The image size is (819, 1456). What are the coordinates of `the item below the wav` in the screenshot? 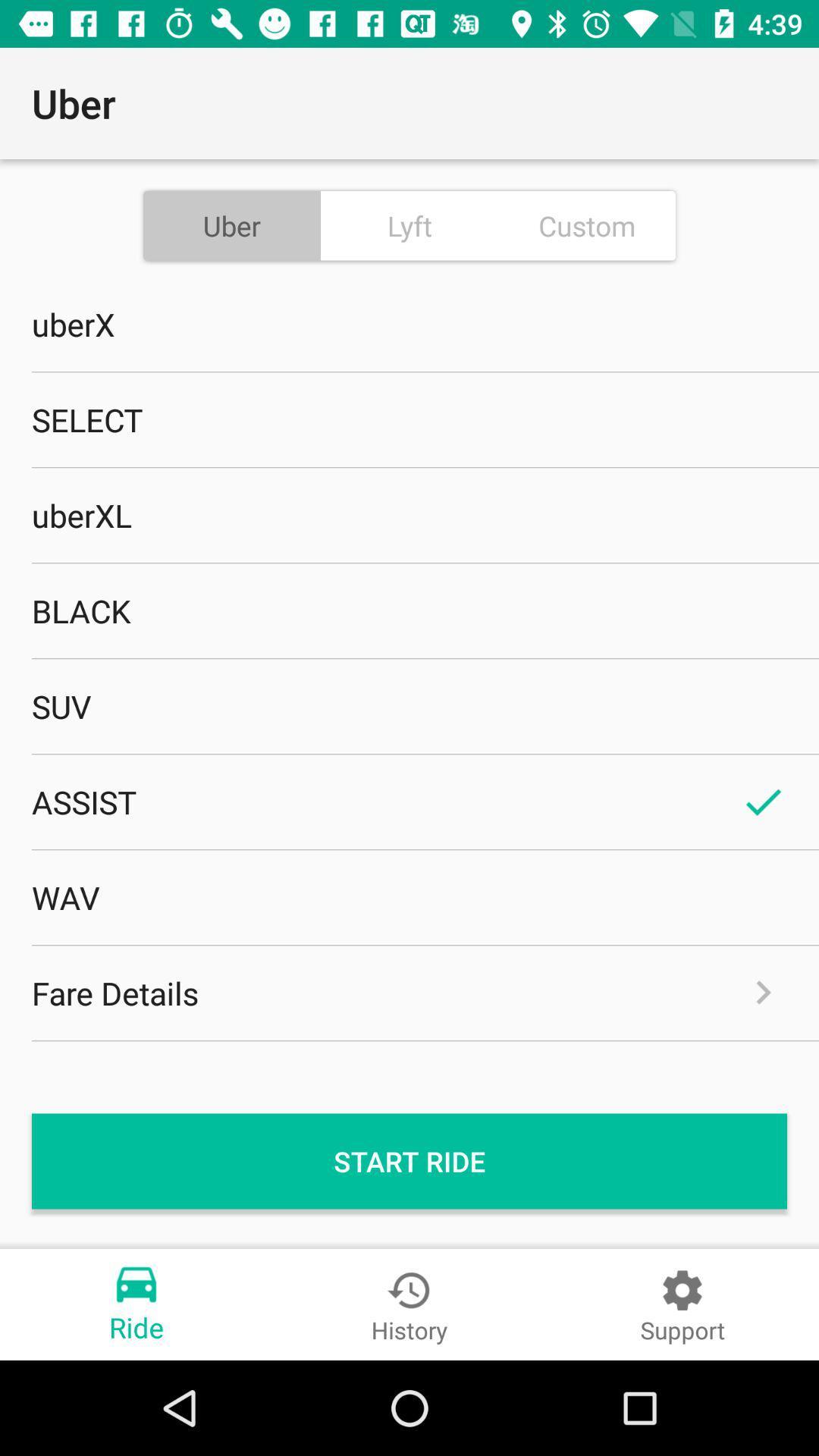 It's located at (409, 993).